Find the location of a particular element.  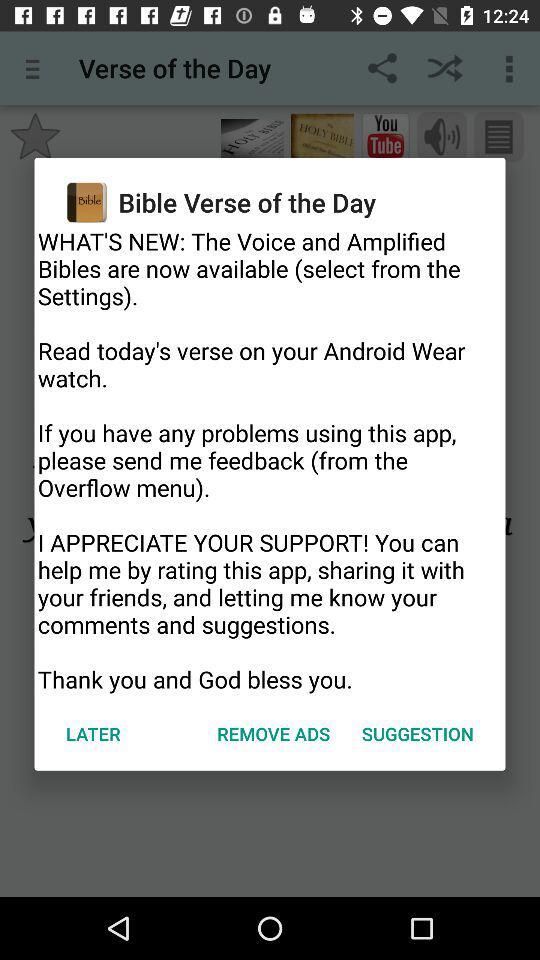

item to the left of the suggestion item is located at coordinates (272, 732).